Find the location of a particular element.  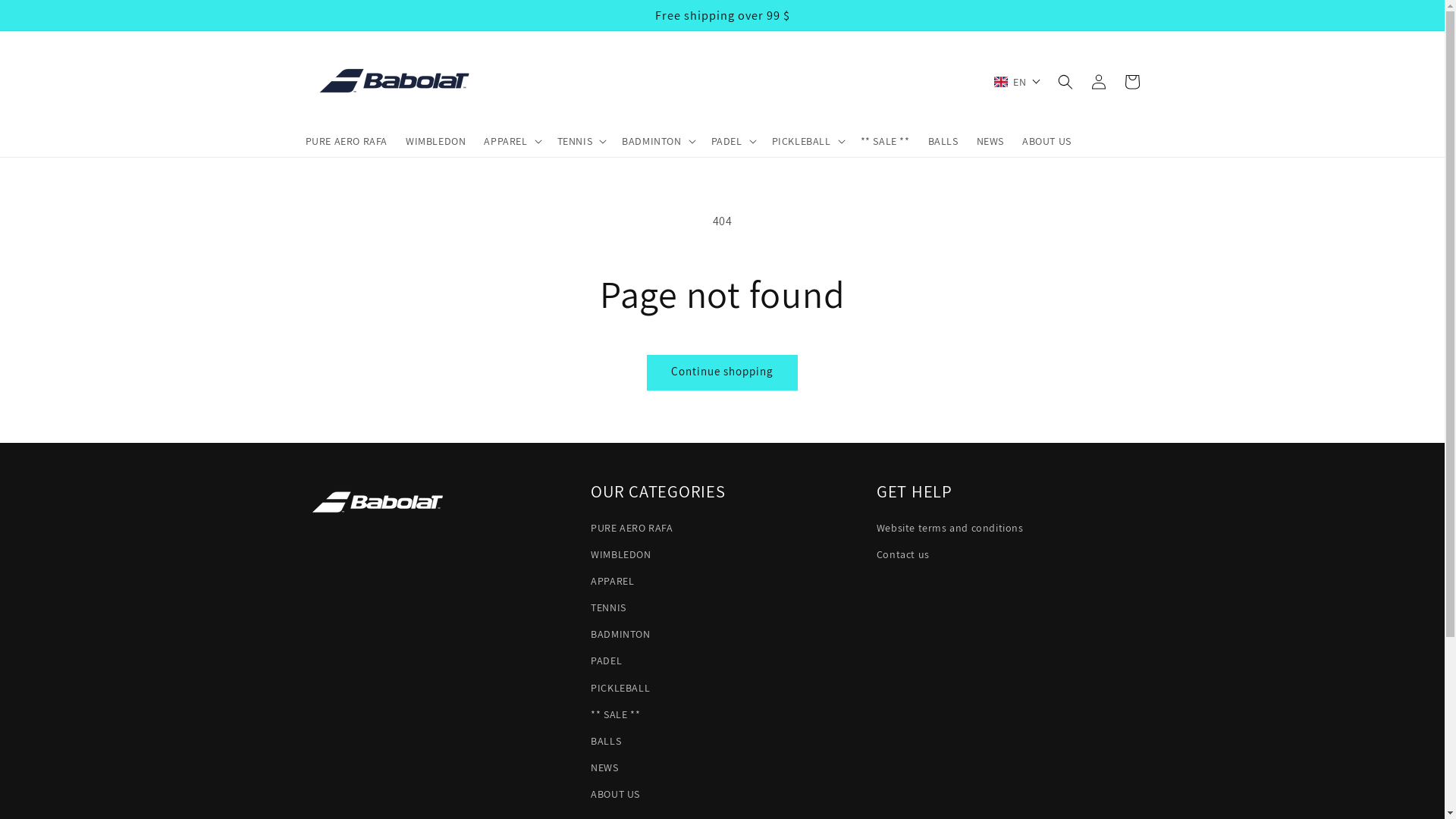

'WIMBLEDON' is located at coordinates (620, 554).